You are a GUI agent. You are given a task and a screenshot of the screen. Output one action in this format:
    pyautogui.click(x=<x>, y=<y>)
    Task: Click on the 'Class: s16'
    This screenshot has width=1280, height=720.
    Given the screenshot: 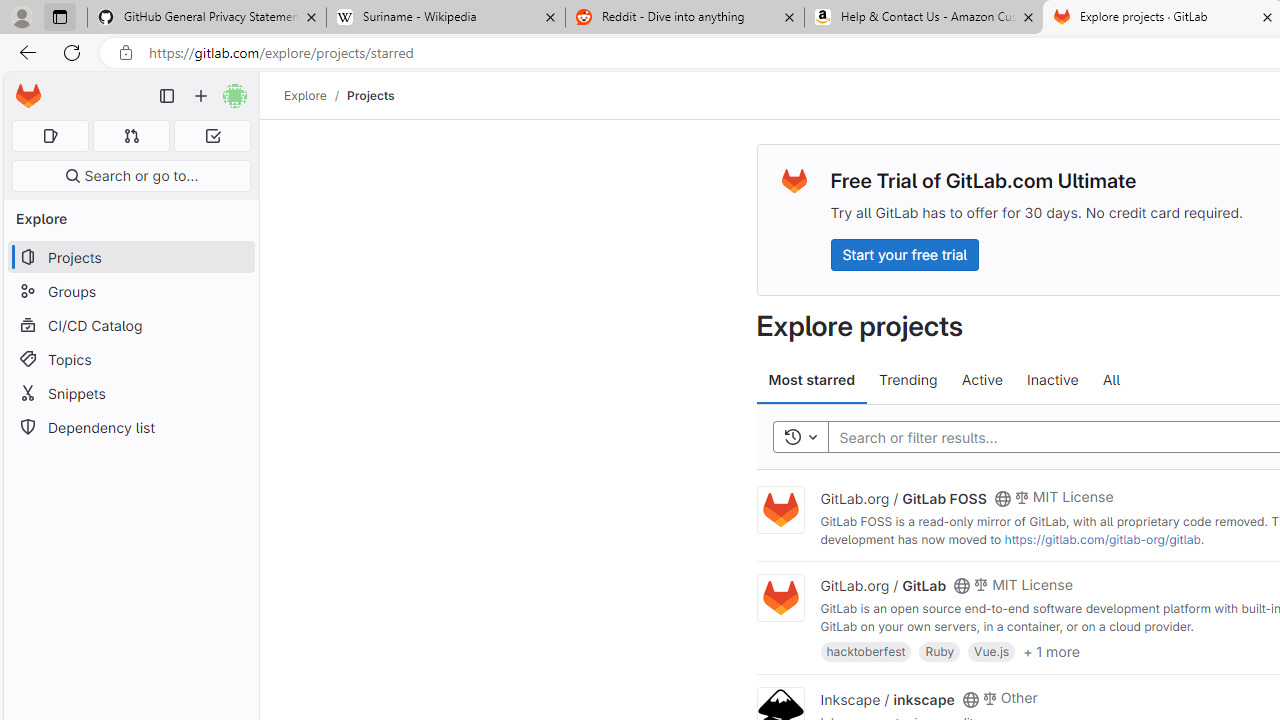 What is the action you would take?
    pyautogui.click(x=970, y=698)
    